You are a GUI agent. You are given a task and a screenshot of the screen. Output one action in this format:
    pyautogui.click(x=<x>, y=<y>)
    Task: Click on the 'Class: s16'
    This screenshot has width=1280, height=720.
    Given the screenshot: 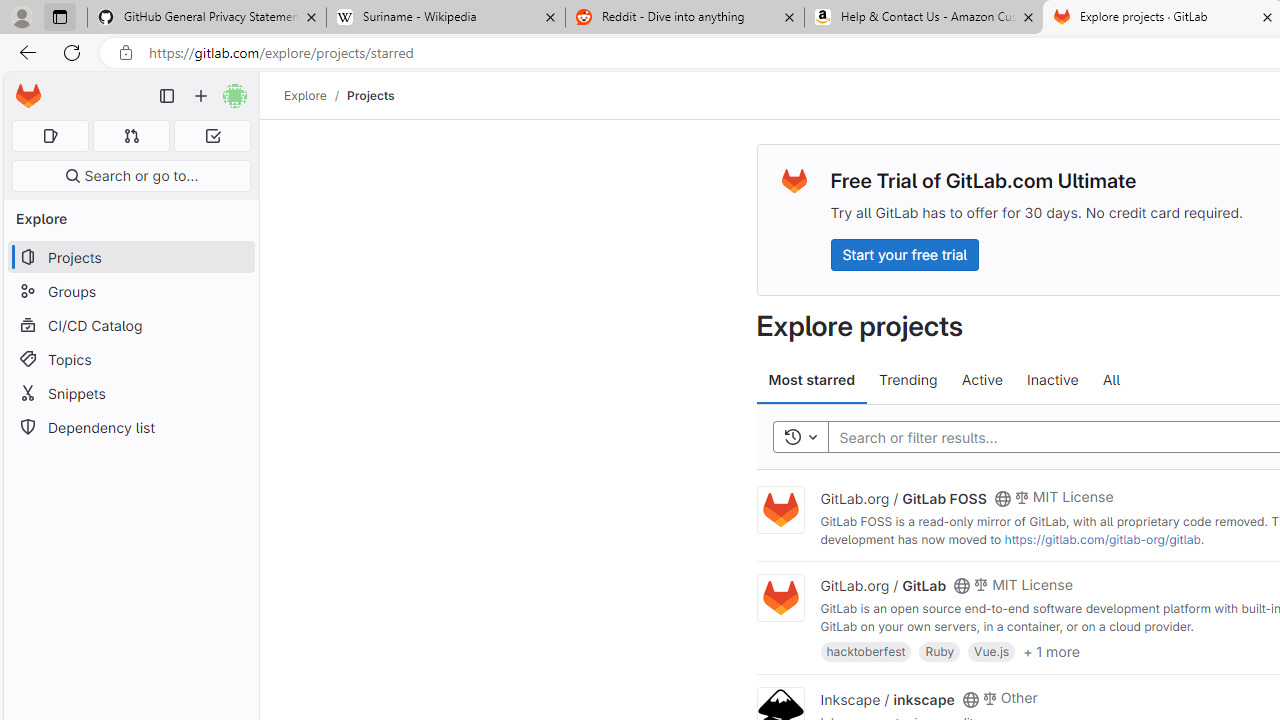 What is the action you would take?
    pyautogui.click(x=970, y=698)
    